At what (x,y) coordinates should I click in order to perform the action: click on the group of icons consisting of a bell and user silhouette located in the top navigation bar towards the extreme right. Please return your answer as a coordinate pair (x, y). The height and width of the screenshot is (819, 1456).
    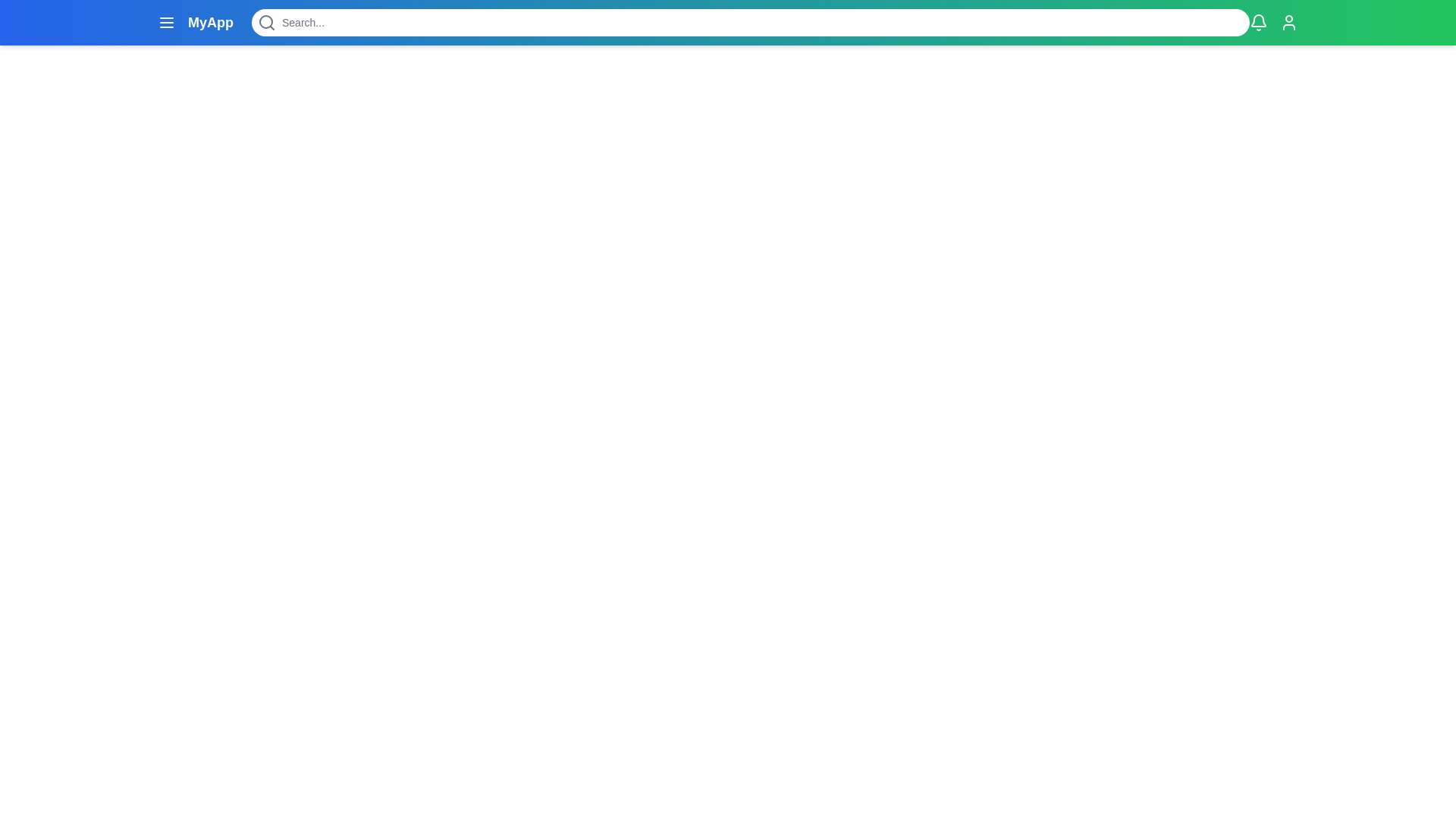
    Looking at the image, I should click on (1274, 23).